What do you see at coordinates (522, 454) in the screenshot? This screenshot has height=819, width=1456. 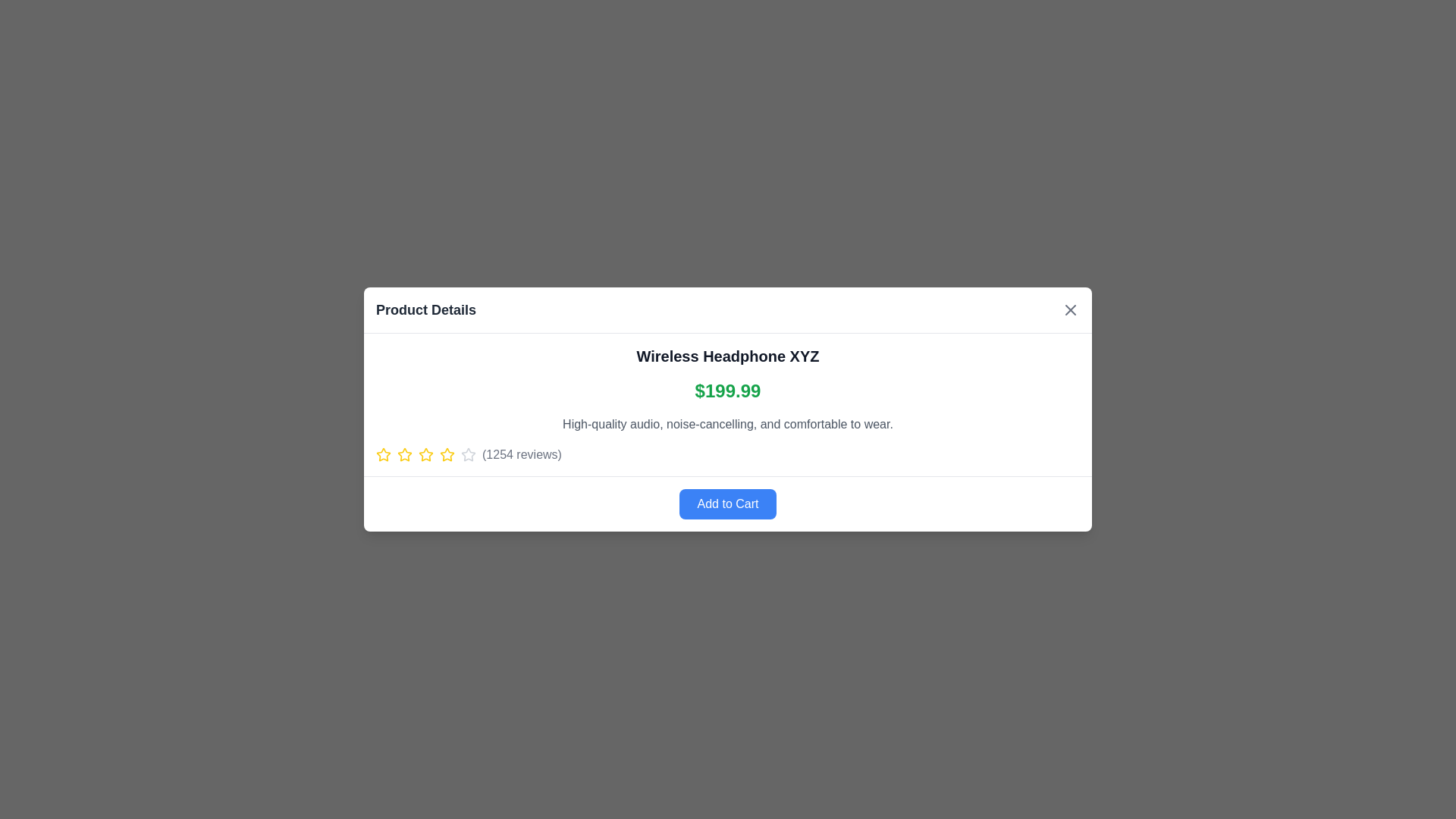 I see `the static text label that indicates the review count for a product, located at the bottom center area of the interface, below the product name and price` at bounding box center [522, 454].